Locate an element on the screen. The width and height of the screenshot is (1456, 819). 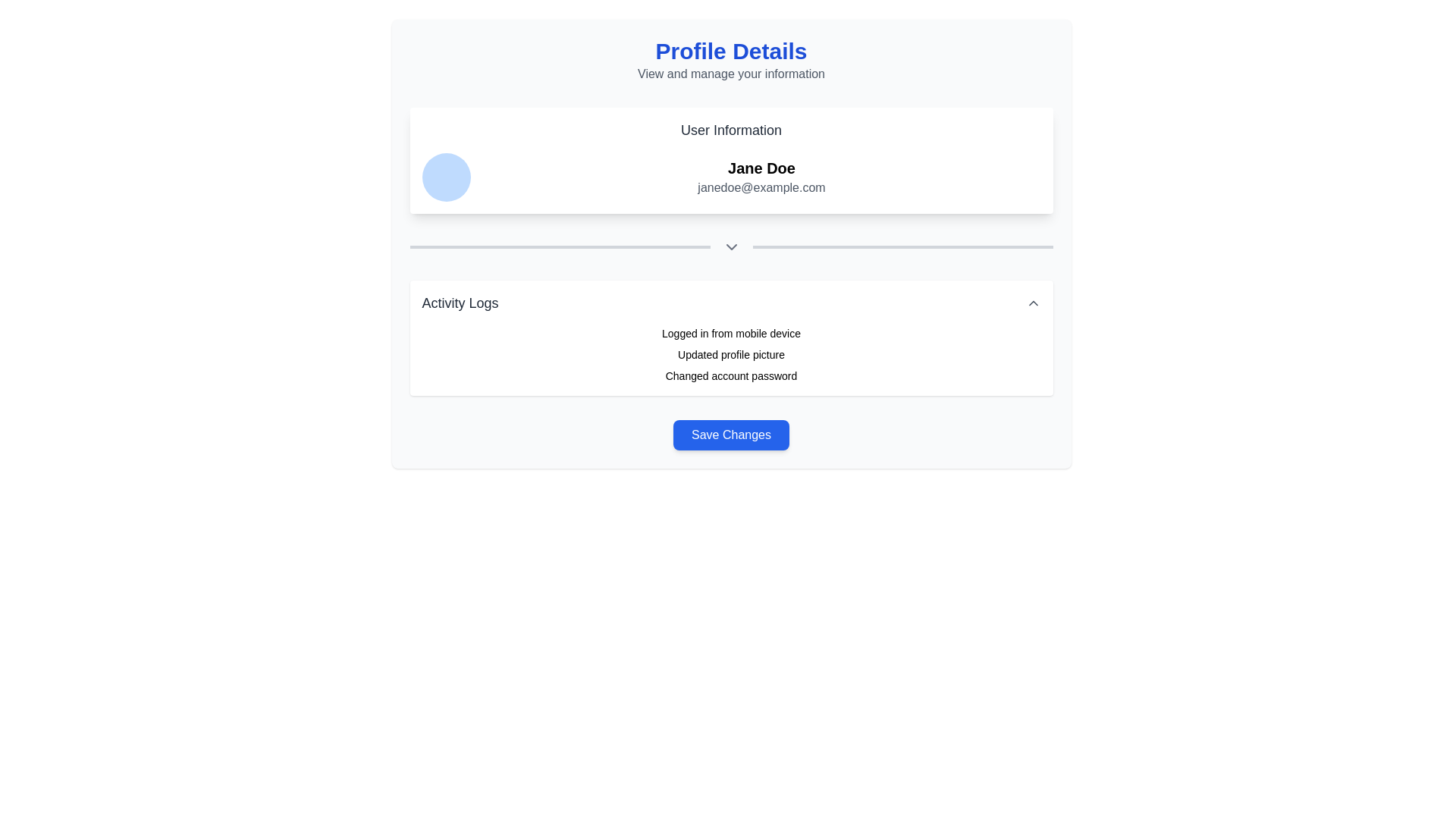
the user name header text block located at the top center of the user information section, which is above the email address 'janedoe@example.com' is located at coordinates (761, 168).